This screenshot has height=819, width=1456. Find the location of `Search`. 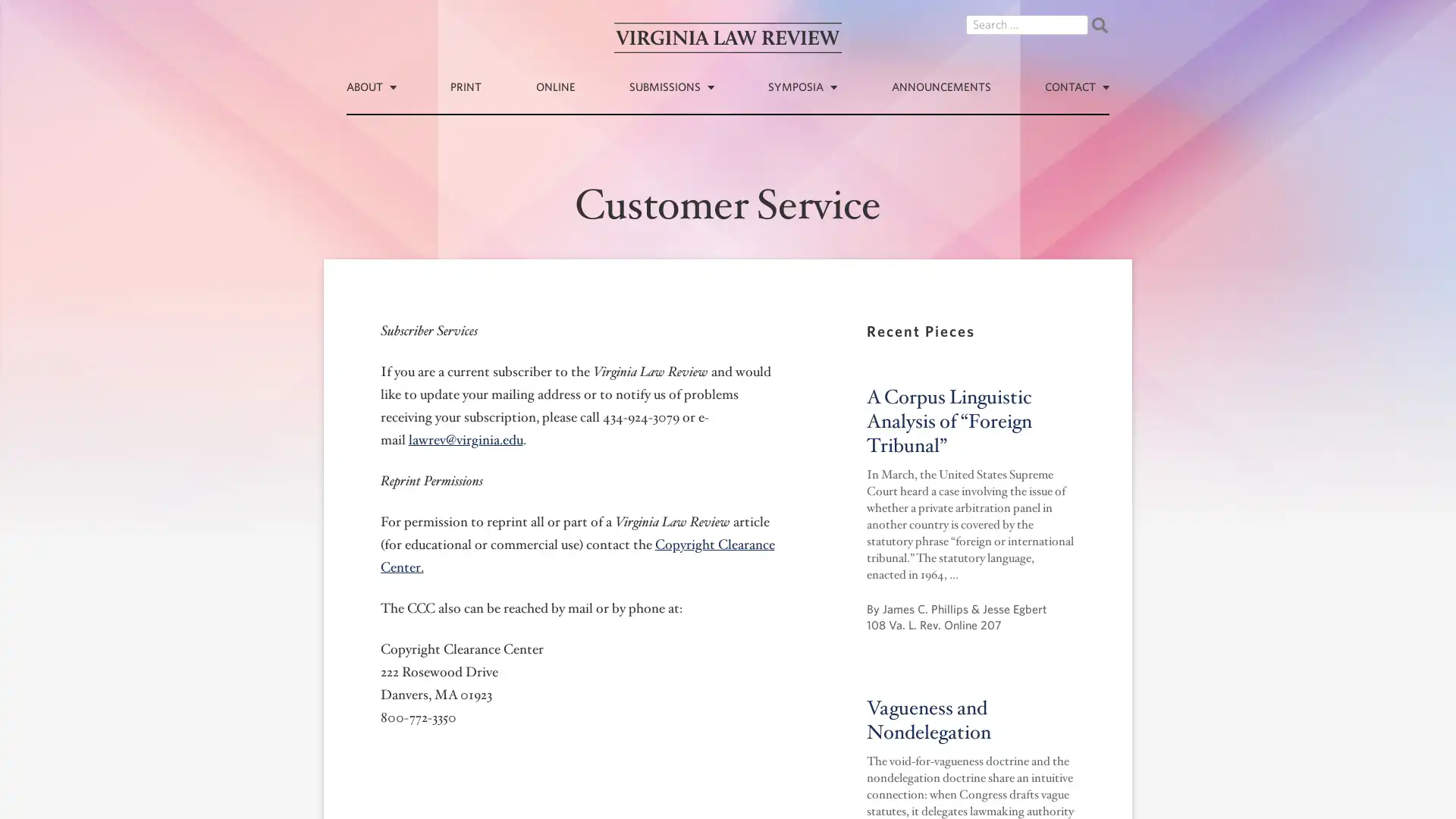

Search is located at coordinates (1099, 25).